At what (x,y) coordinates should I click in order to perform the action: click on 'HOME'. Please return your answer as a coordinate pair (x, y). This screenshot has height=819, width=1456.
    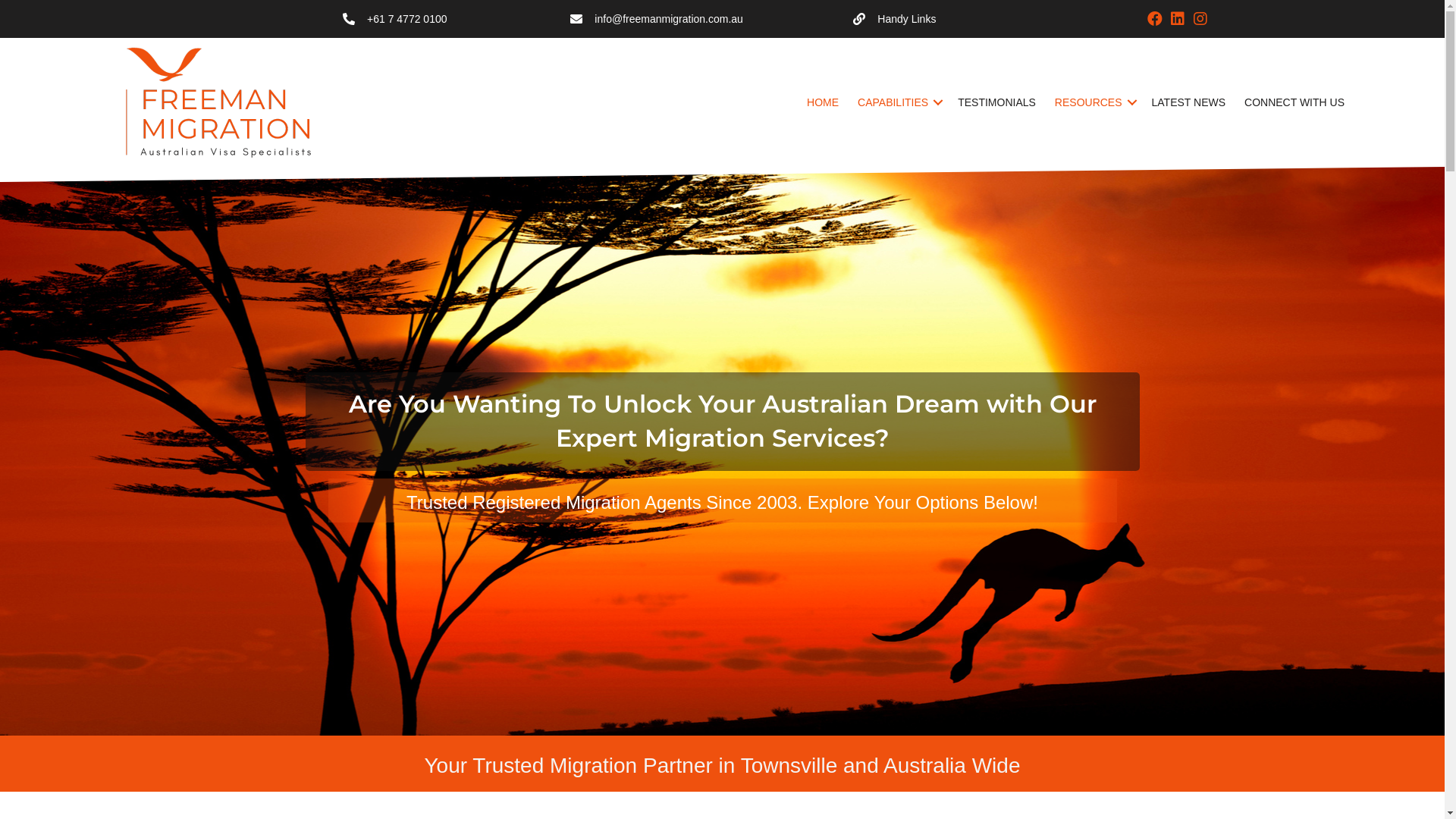
    Looking at the image, I should click on (821, 102).